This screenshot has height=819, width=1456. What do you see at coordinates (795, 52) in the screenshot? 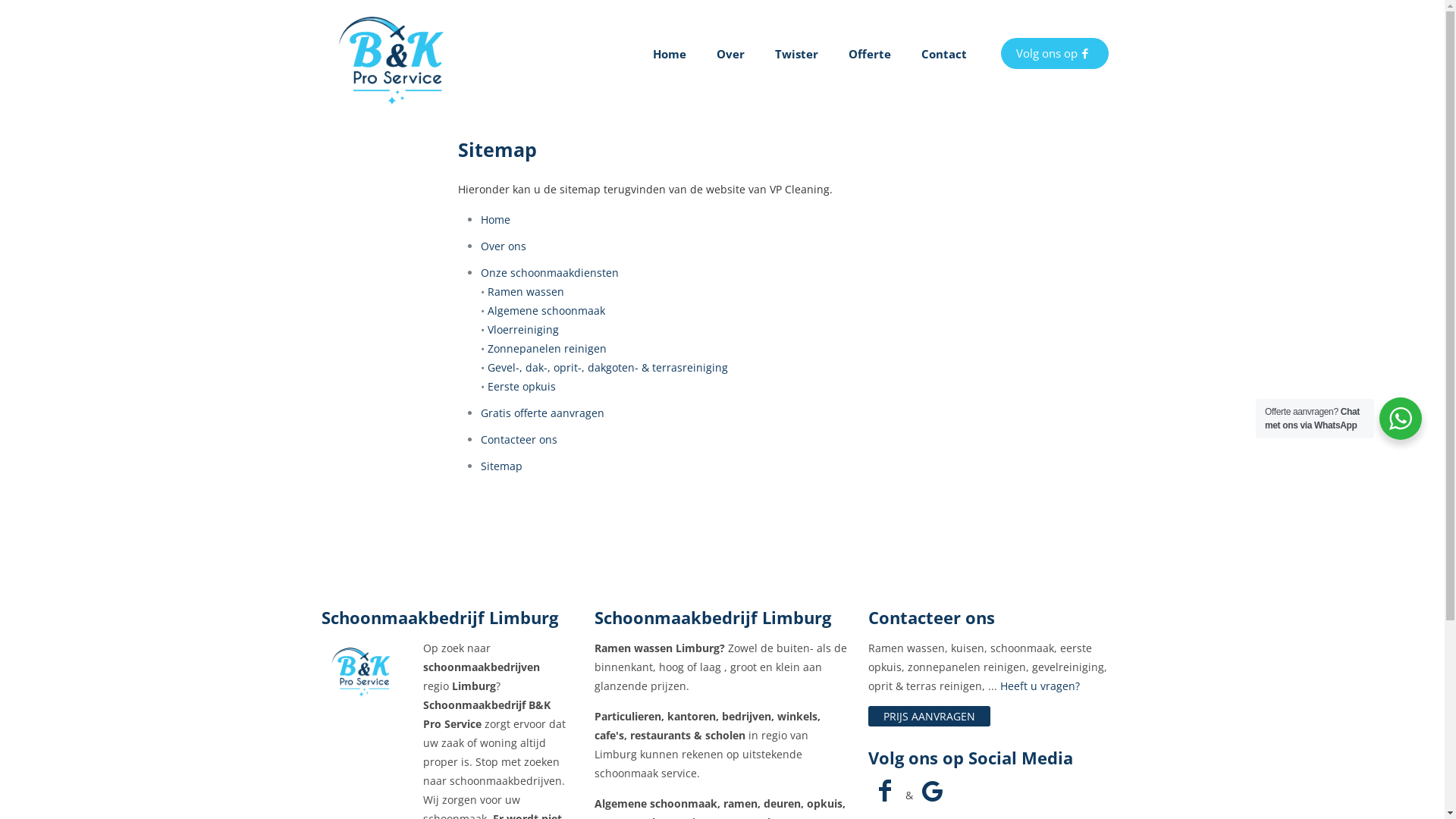
I see `'Twister'` at bounding box center [795, 52].